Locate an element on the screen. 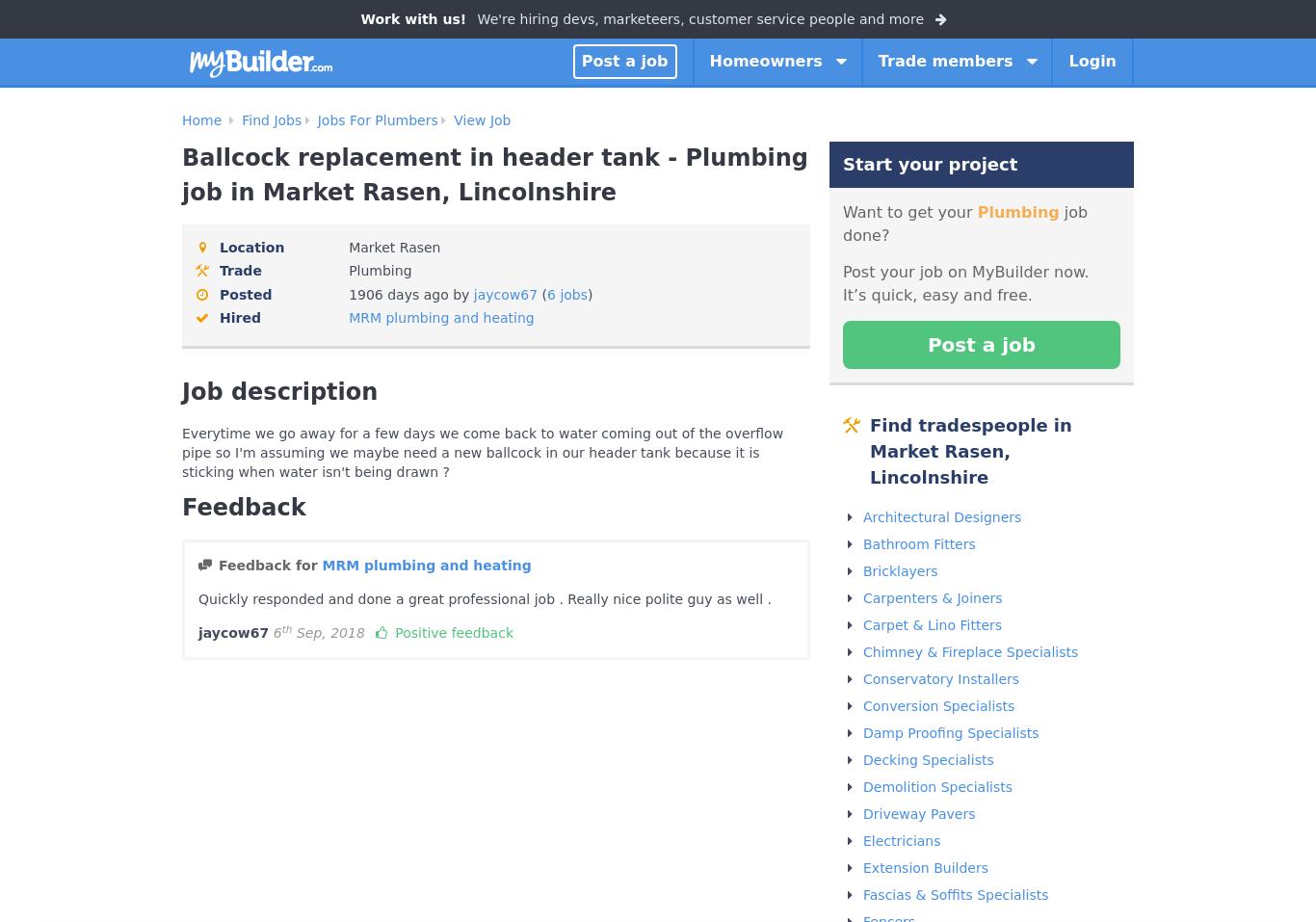  'Accept everything' is located at coordinates (943, 902).